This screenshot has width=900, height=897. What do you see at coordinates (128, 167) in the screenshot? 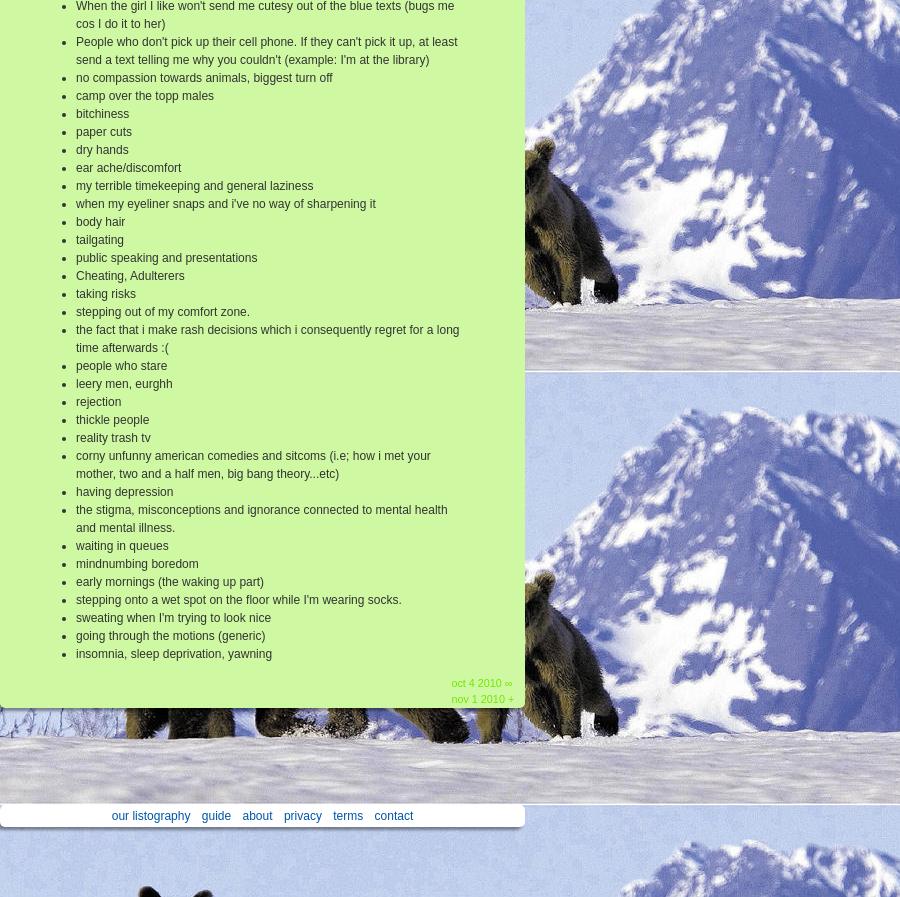
I see `'ear ache/discomfort'` at bounding box center [128, 167].